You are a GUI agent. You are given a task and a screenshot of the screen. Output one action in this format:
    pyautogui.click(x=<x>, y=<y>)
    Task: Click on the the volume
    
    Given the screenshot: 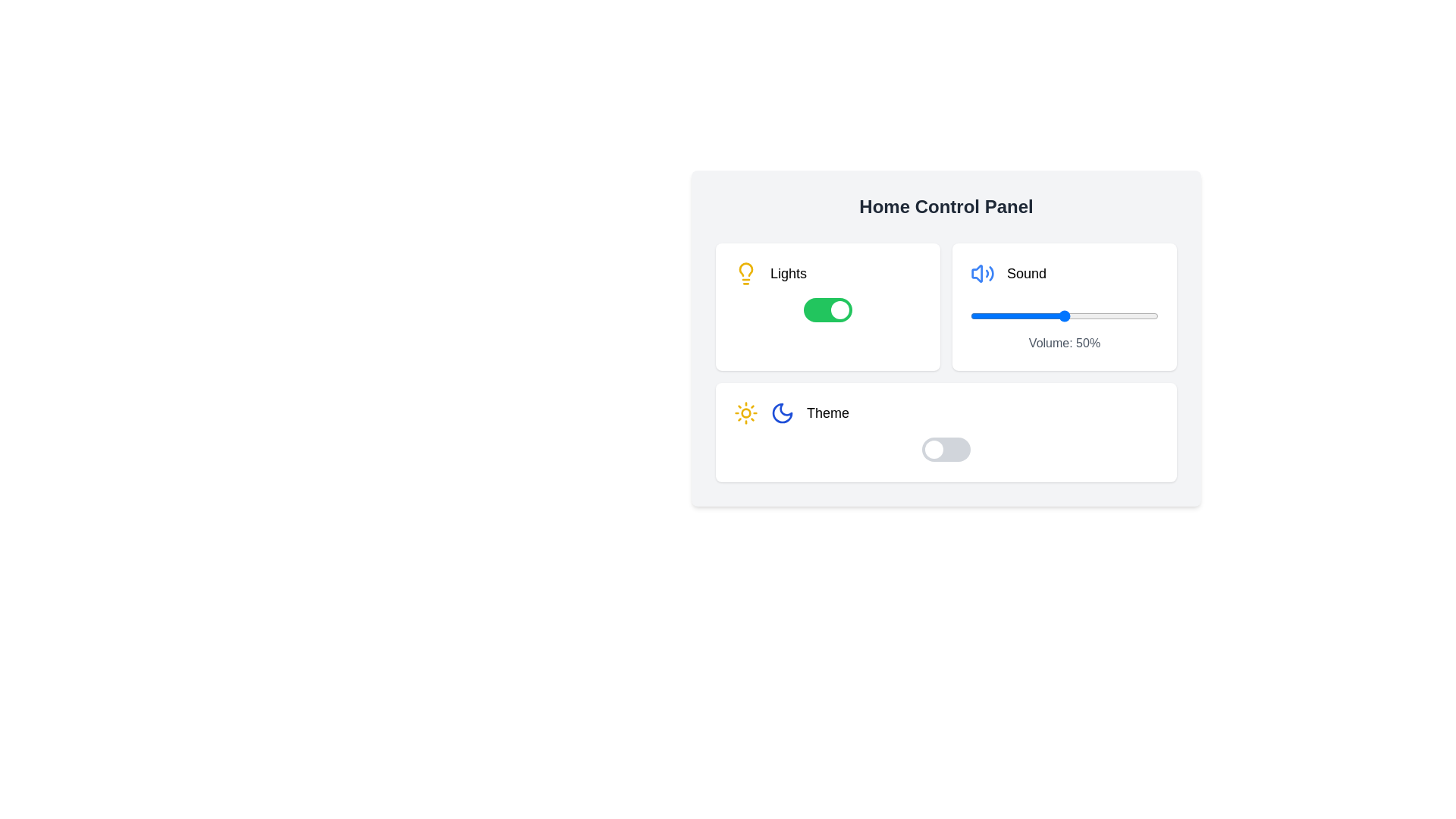 What is the action you would take?
    pyautogui.click(x=976, y=315)
    